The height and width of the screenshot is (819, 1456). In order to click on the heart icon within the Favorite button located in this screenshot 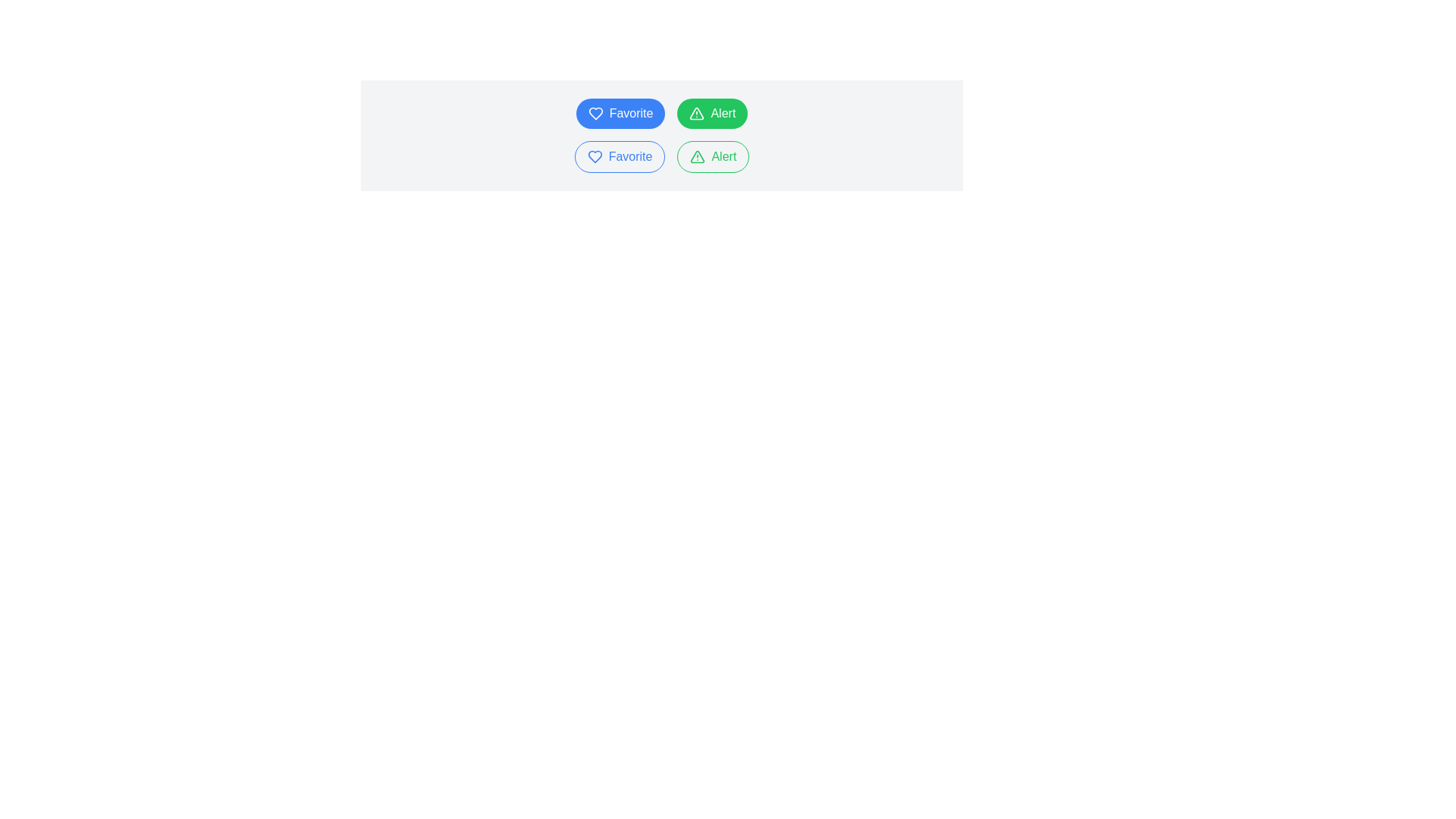, I will do `click(594, 157)`.